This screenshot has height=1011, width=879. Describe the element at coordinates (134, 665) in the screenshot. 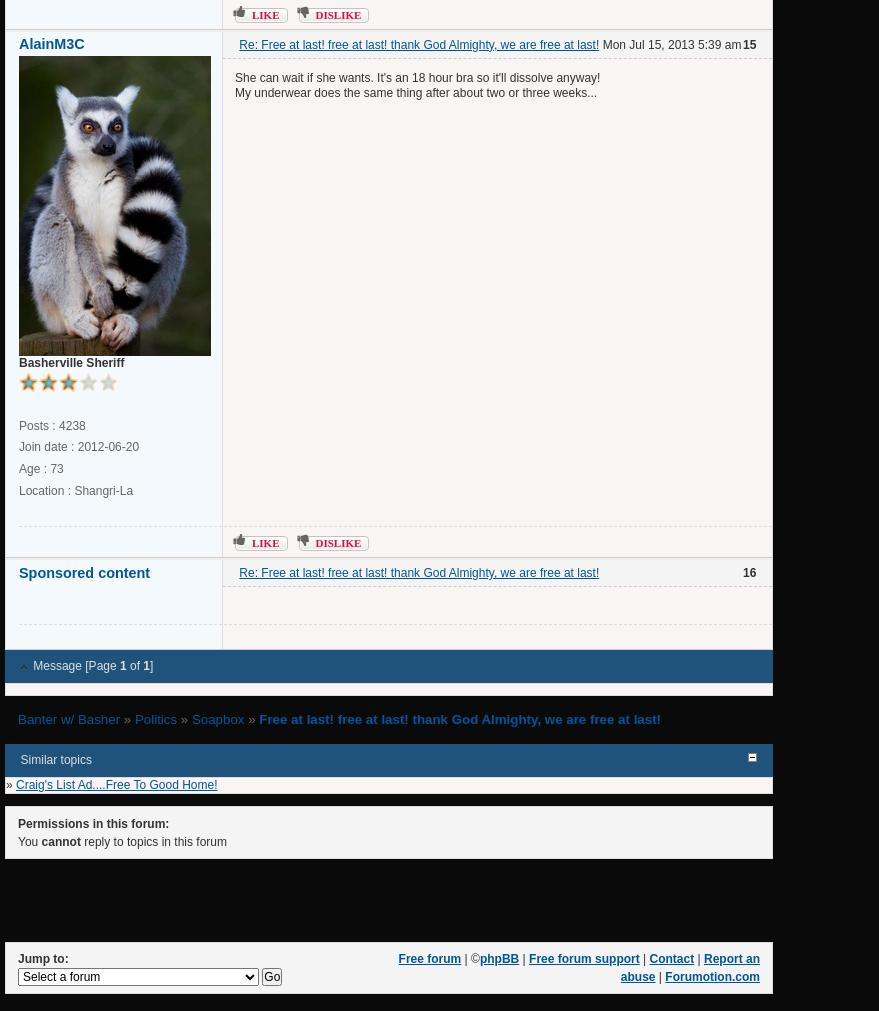

I see `'of'` at that location.